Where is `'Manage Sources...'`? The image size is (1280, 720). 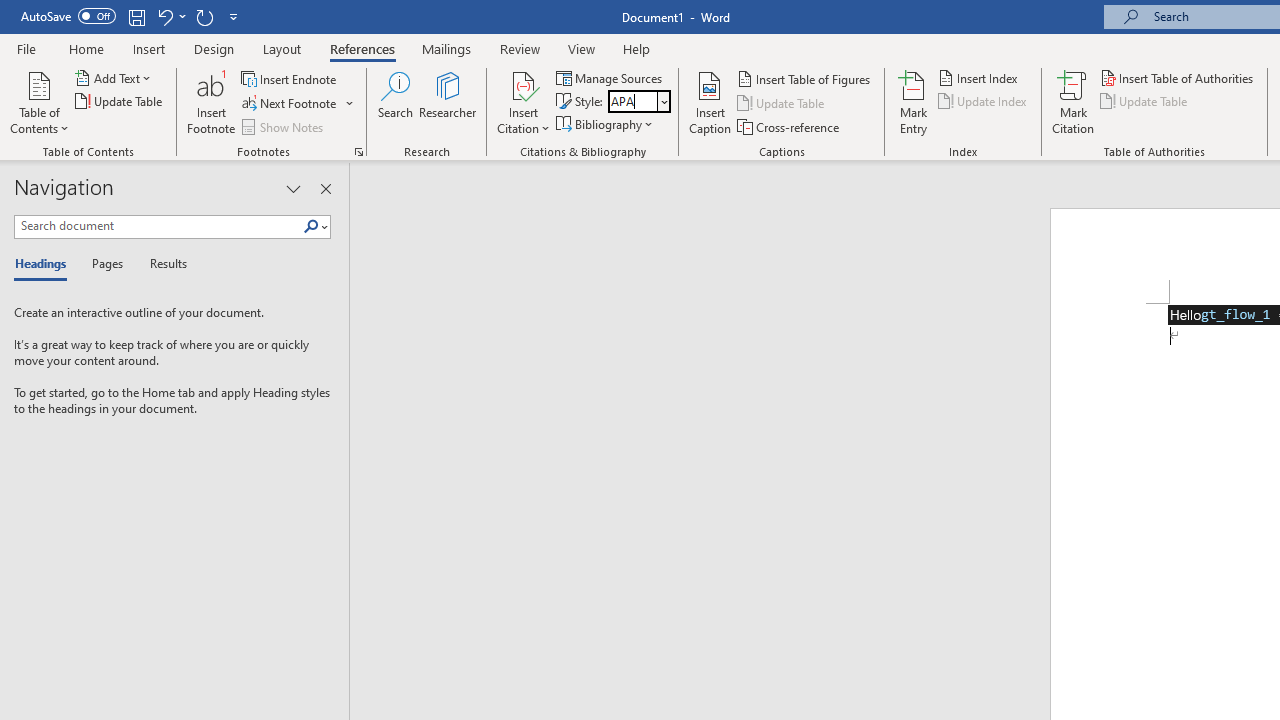
'Manage Sources...' is located at coordinates (610, 77).